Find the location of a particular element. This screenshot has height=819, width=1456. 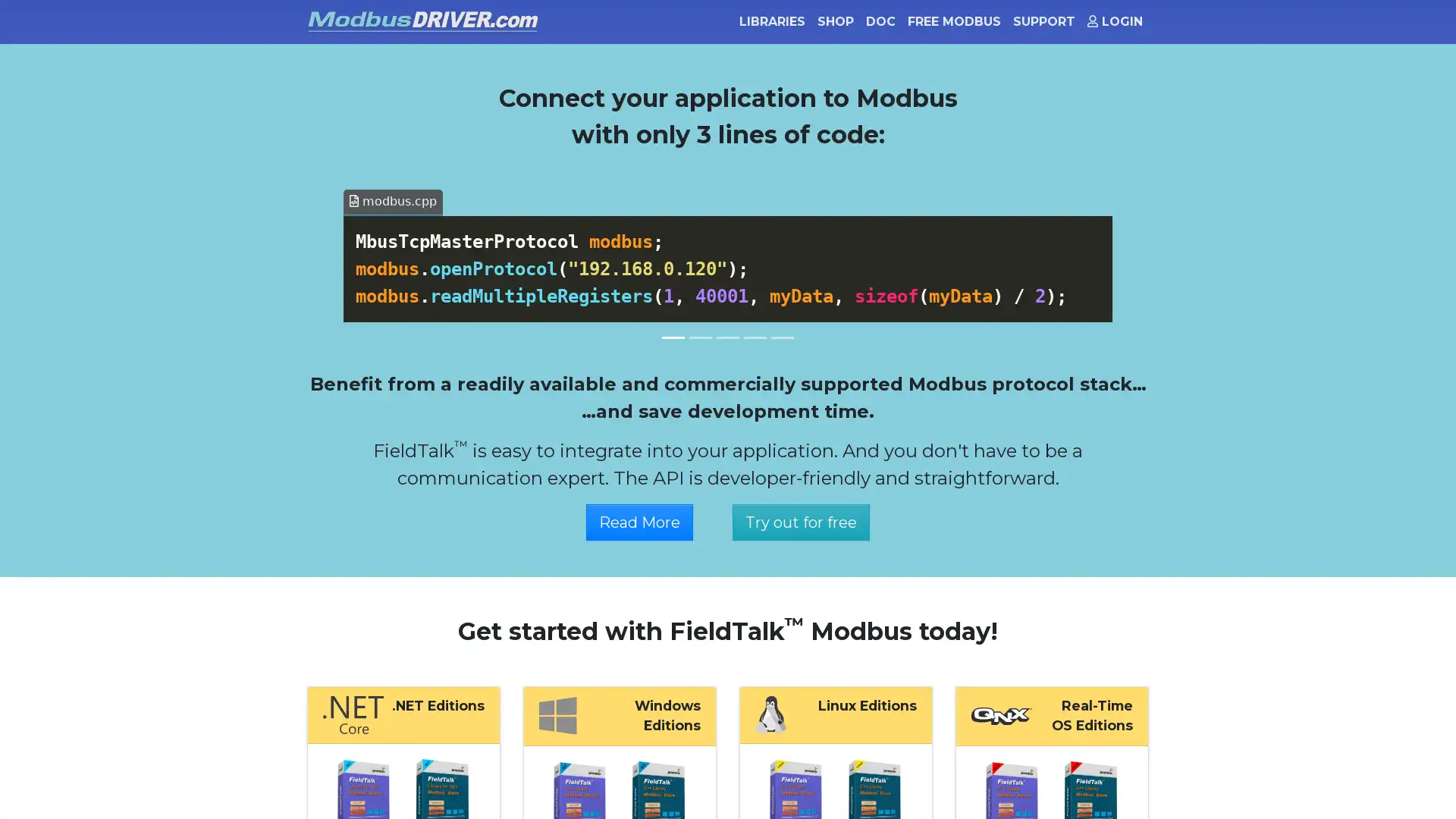

Try out for free is located at coordinates (800, 520).